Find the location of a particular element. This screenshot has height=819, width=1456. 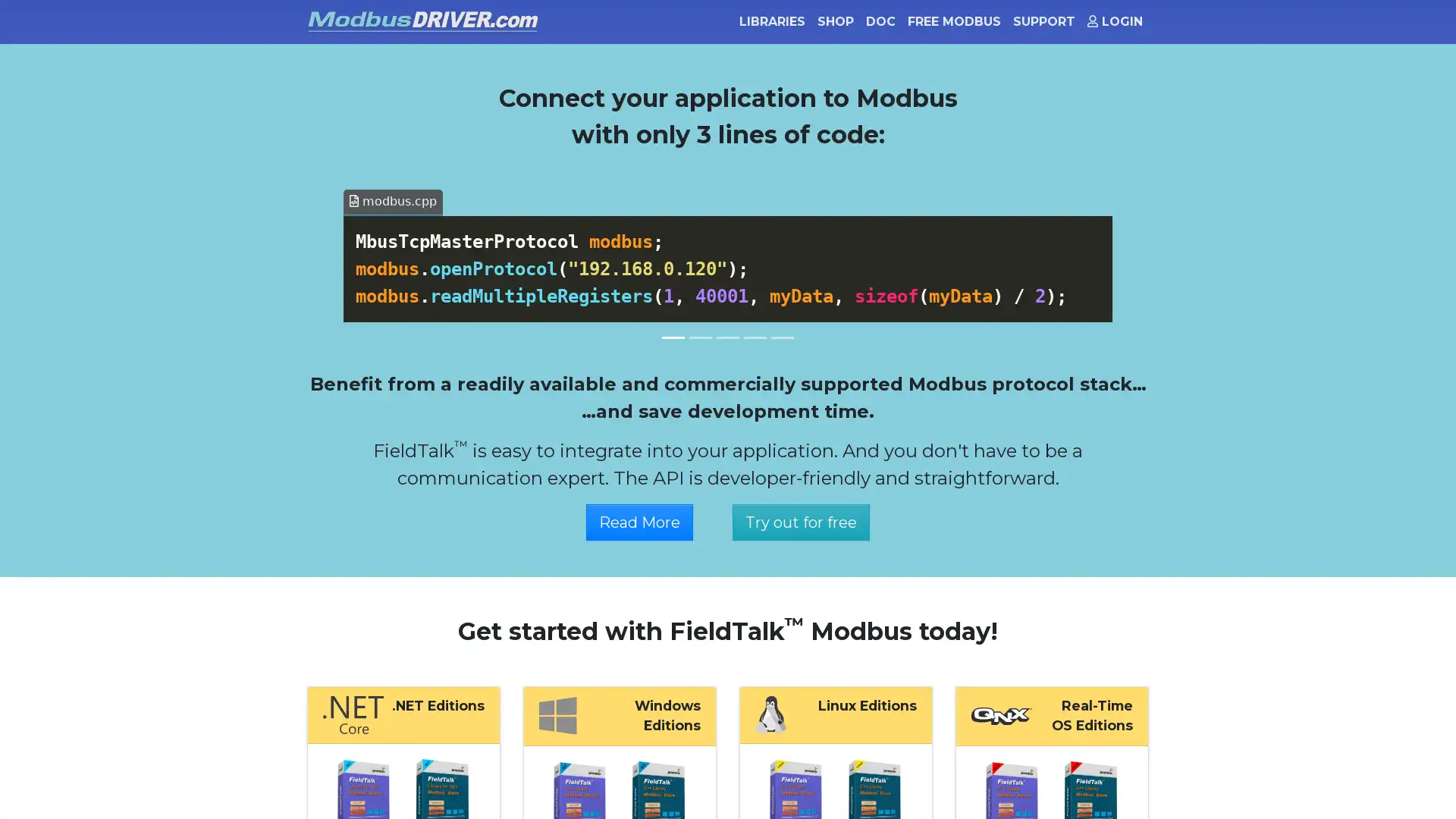

Try out for free is located at coordinates (800, 520).